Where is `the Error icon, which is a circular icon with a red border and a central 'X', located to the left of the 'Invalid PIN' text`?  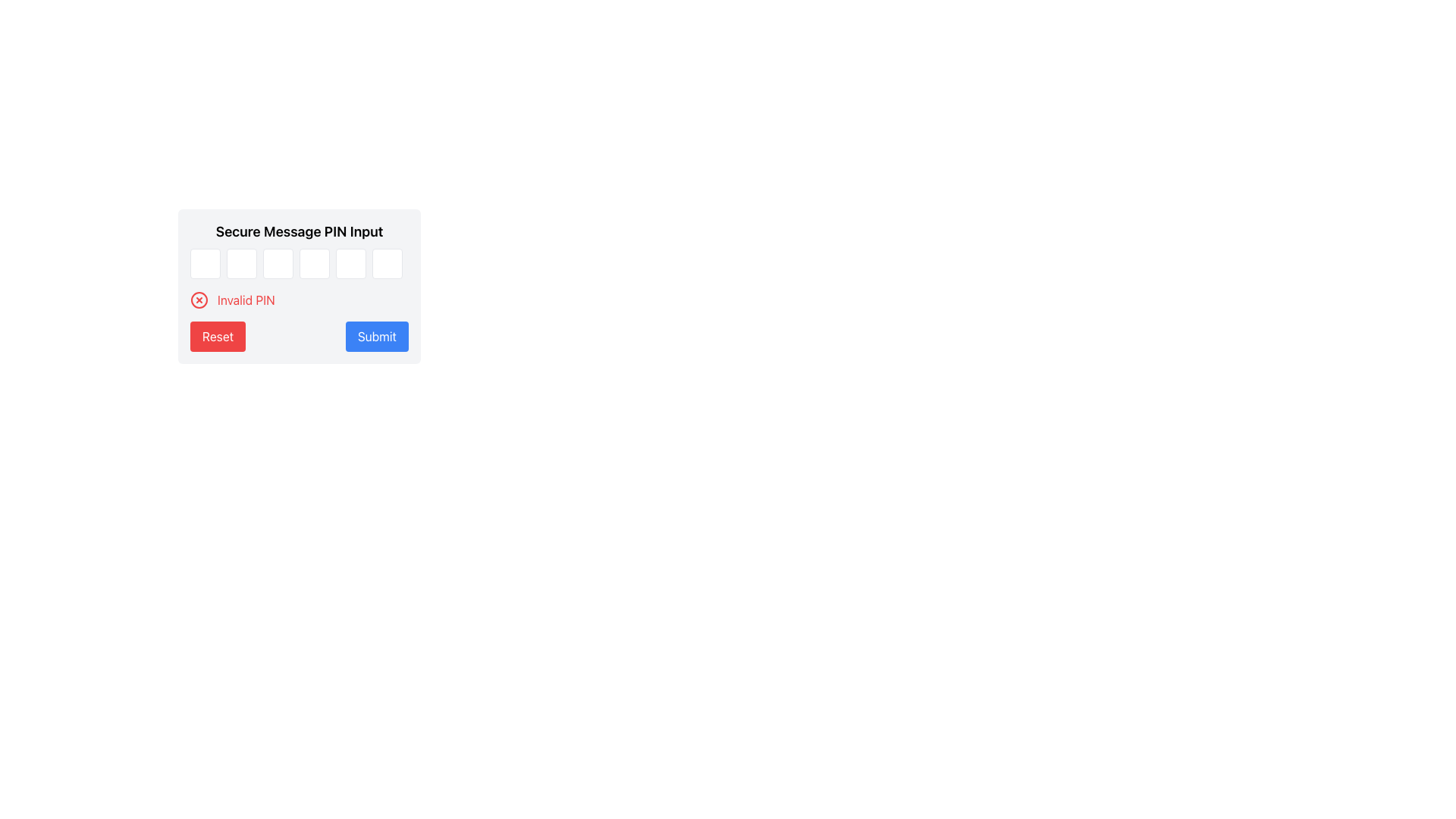 the Error icon, which is a circular icon with a red border and a central 'X', located to the left of the 'Invalid PIN' text is located at coordinates (199, 300).